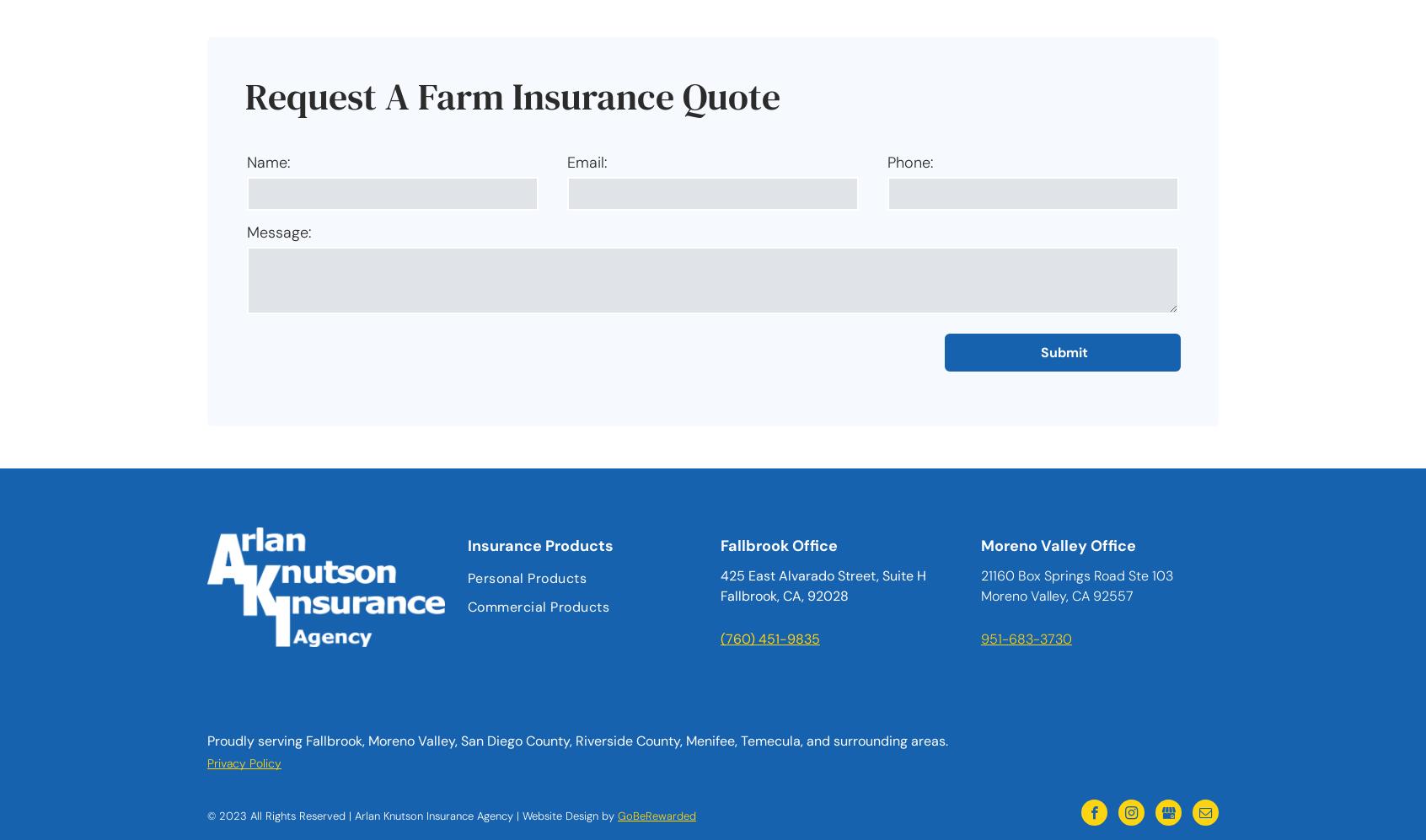 The width and height of the screenshot is (1426, 840). I want to click on 'Personal Products', so click(526, 577).